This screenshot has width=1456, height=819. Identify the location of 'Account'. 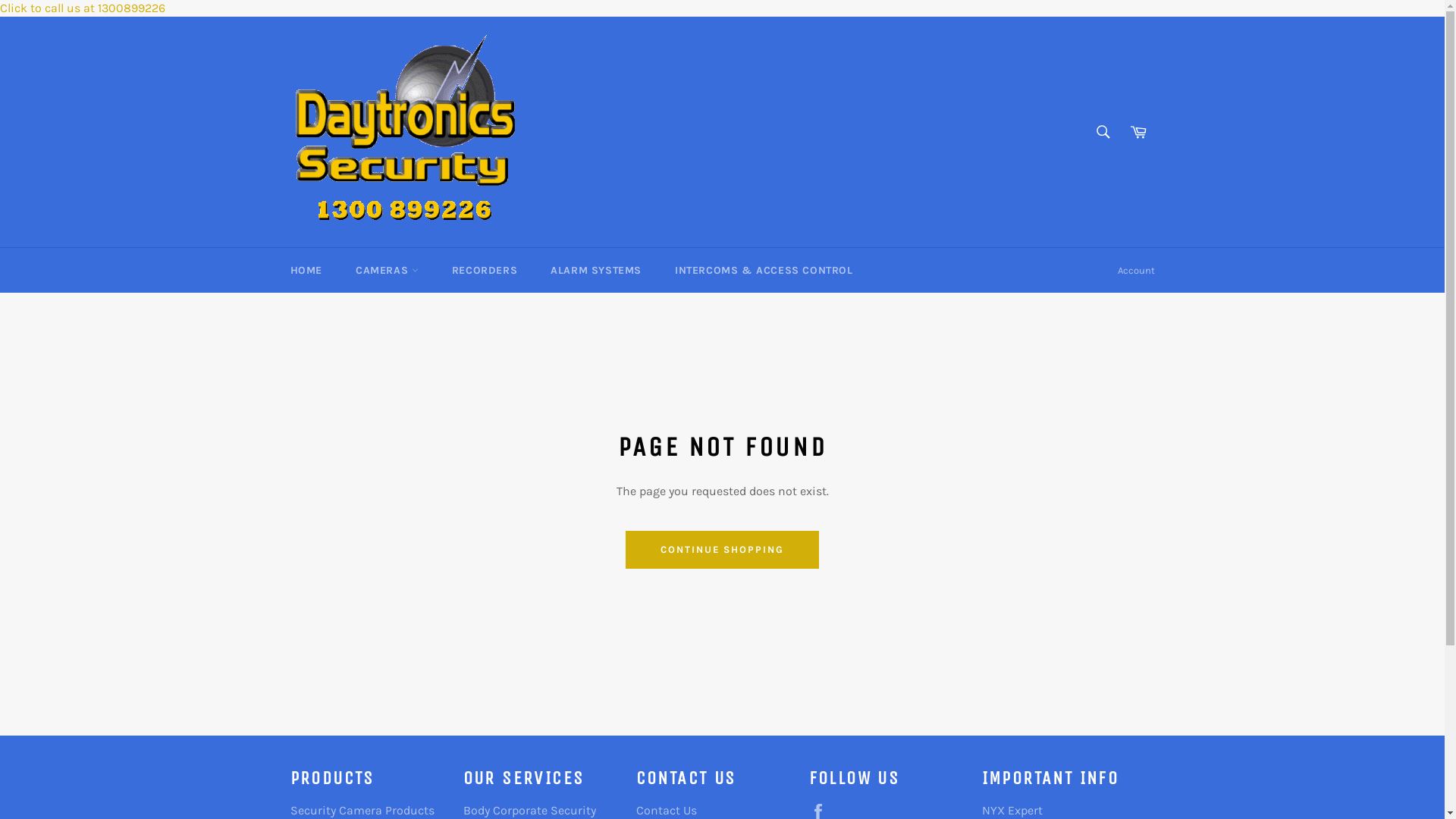
(1136, 270).